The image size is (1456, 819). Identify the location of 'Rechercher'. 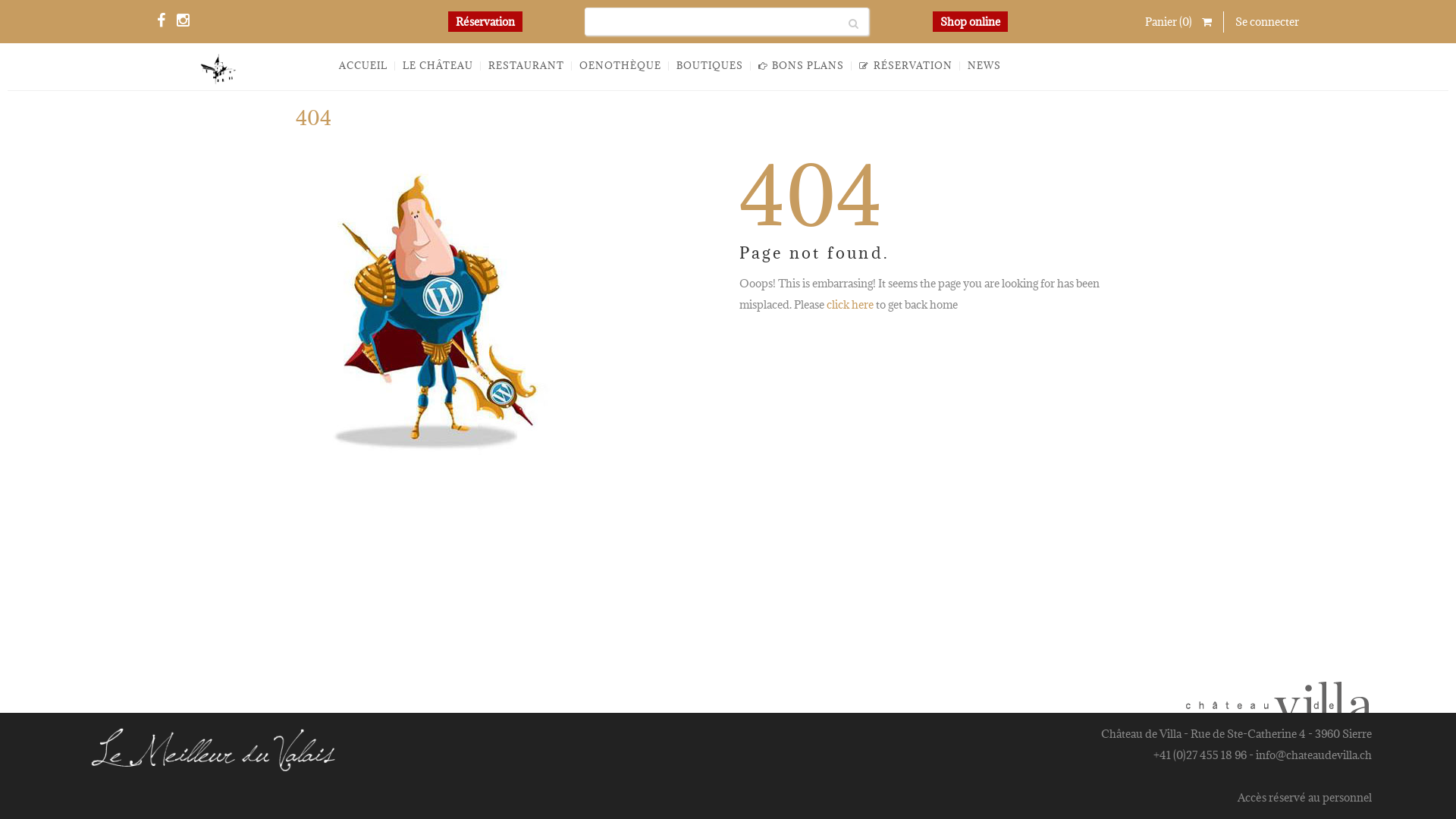
(839, 21).